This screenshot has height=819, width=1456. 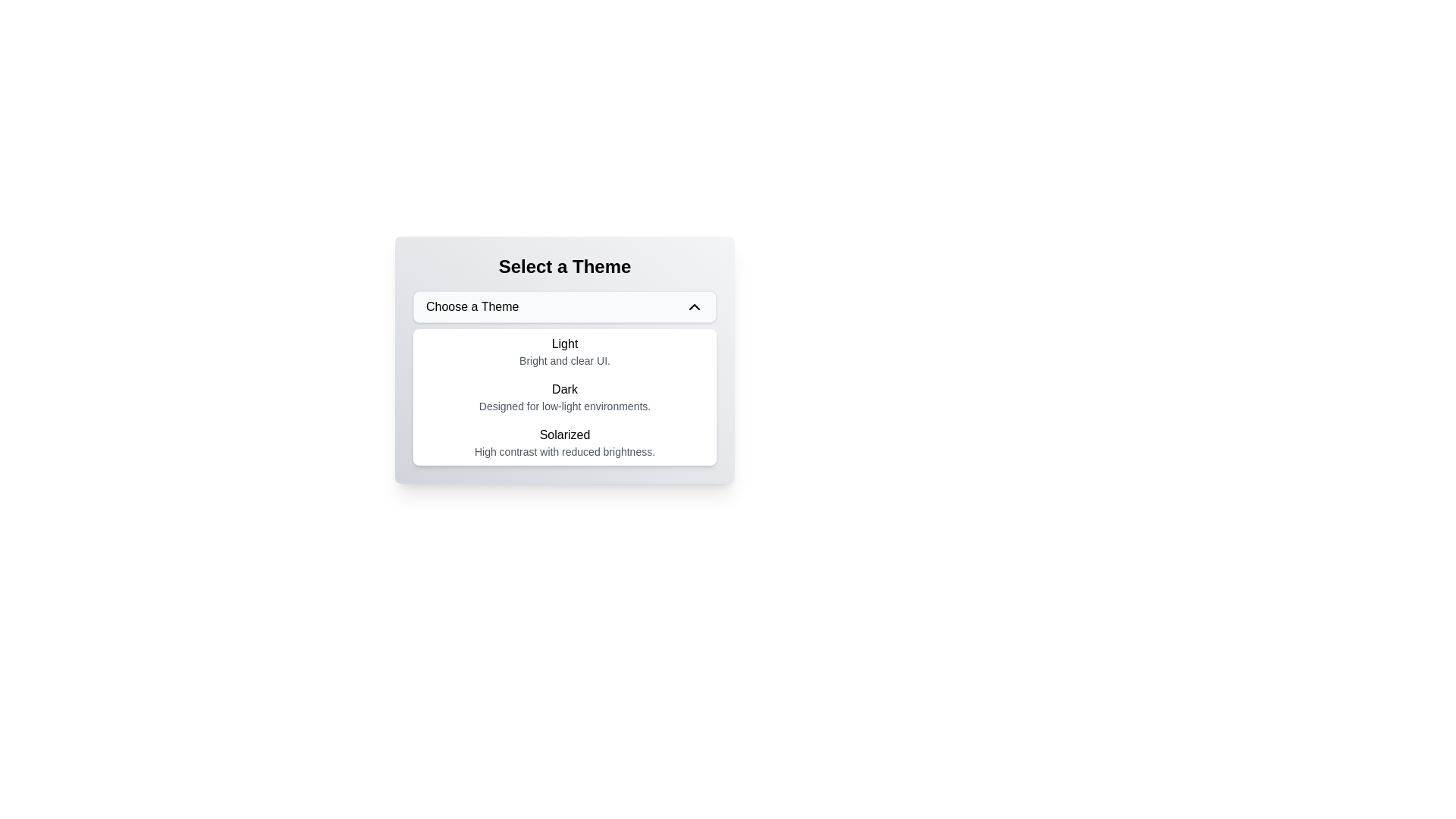 I want to click on the dropdown menu for theme selection located in the 'Select a Theme' box, so click(x=563, y=377).